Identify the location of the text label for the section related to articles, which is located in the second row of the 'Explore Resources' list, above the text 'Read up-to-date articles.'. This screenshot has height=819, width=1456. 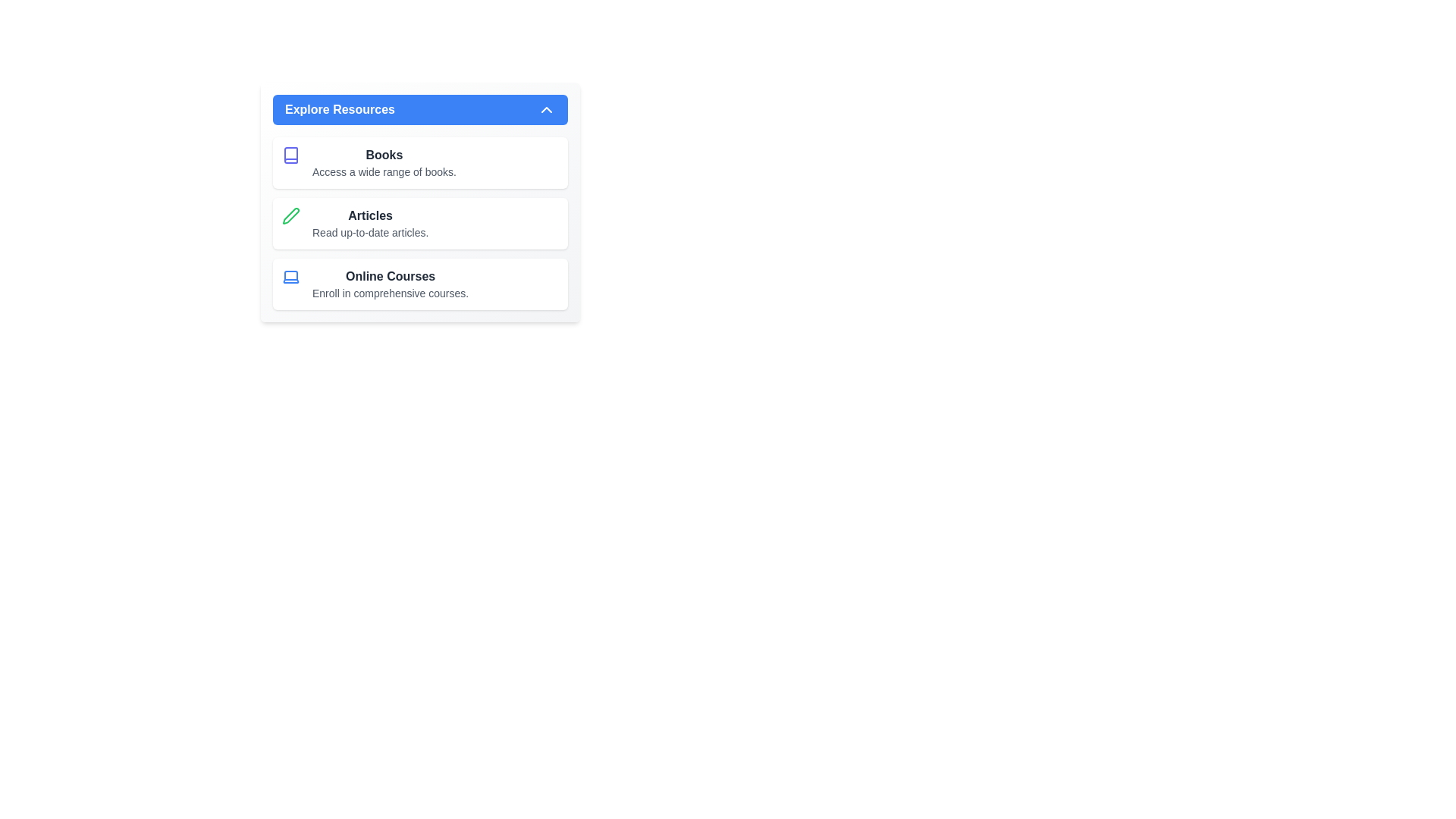
(370, 216).